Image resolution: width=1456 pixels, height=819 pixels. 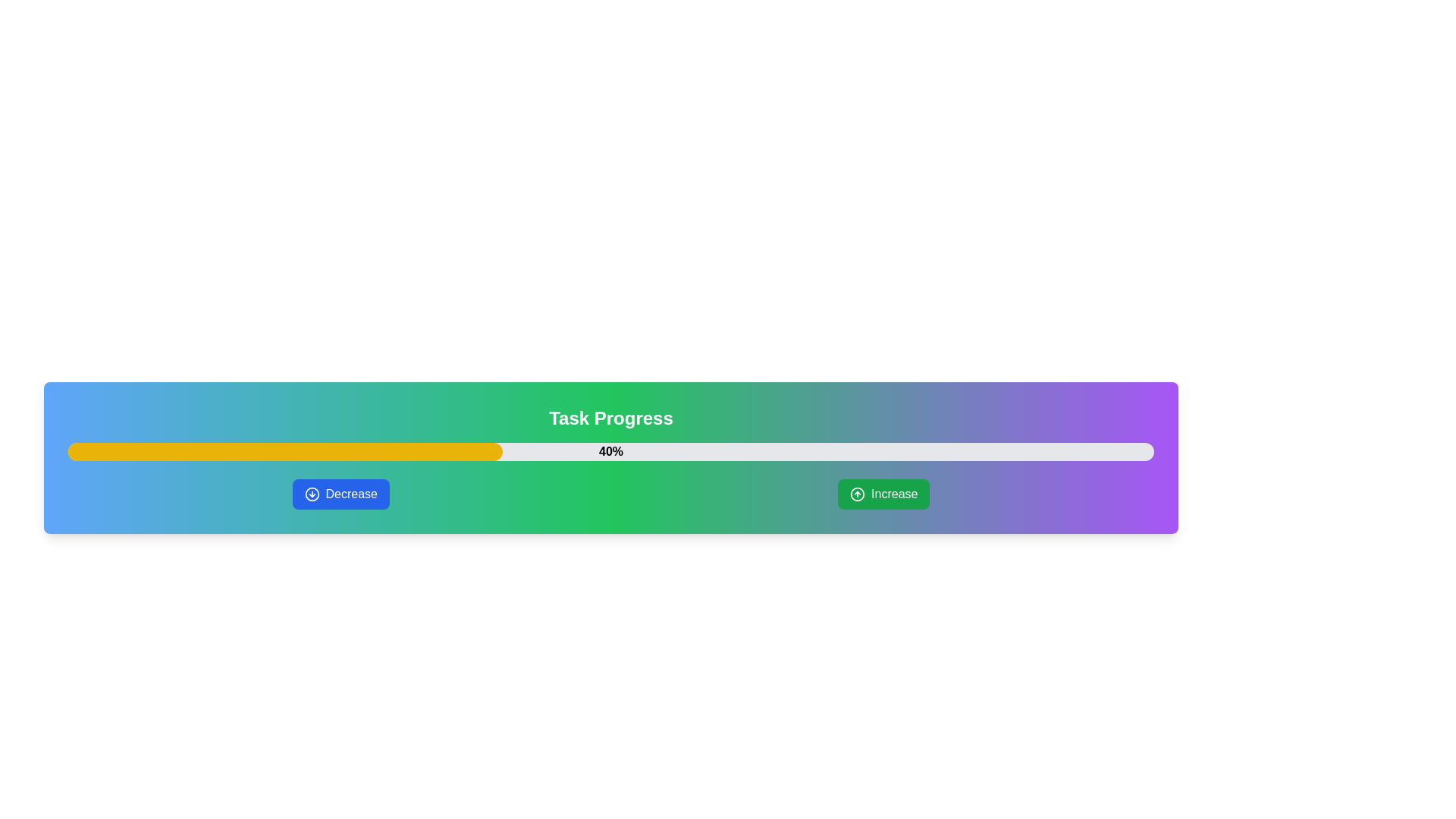 What do you see at coordinates (340, 494) in the screenshot?
I see `the left button used to decrease the current progress, positioned below the progress bar and to the left of the 'Increase' button` at bounding box center [340, 494].